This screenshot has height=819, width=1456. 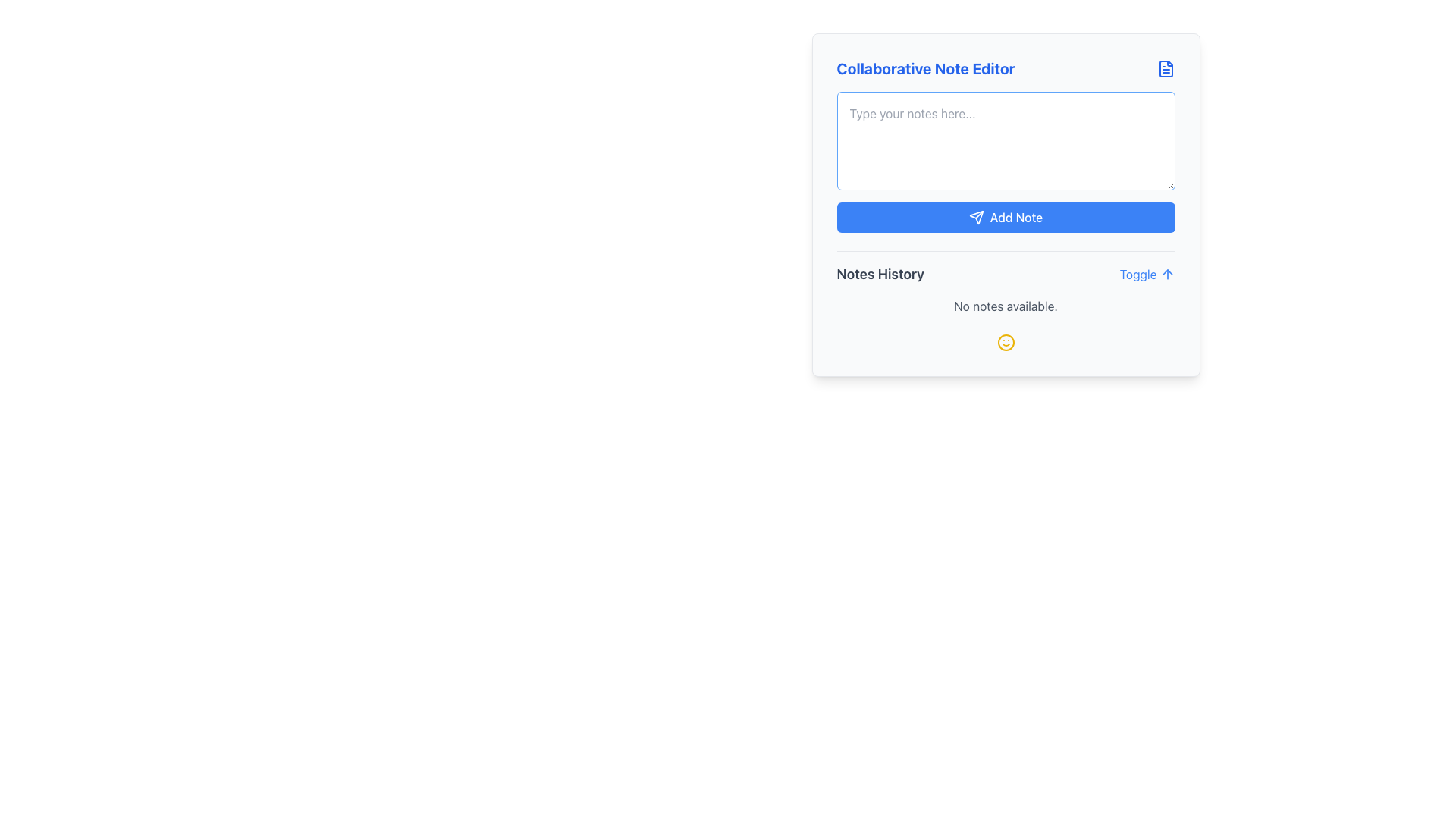 I want to click on the button located in the bottom-right corner of the 'Collaborative Note Editor' box, next to the 'Notes History' text, so click(x=1147, y=275).